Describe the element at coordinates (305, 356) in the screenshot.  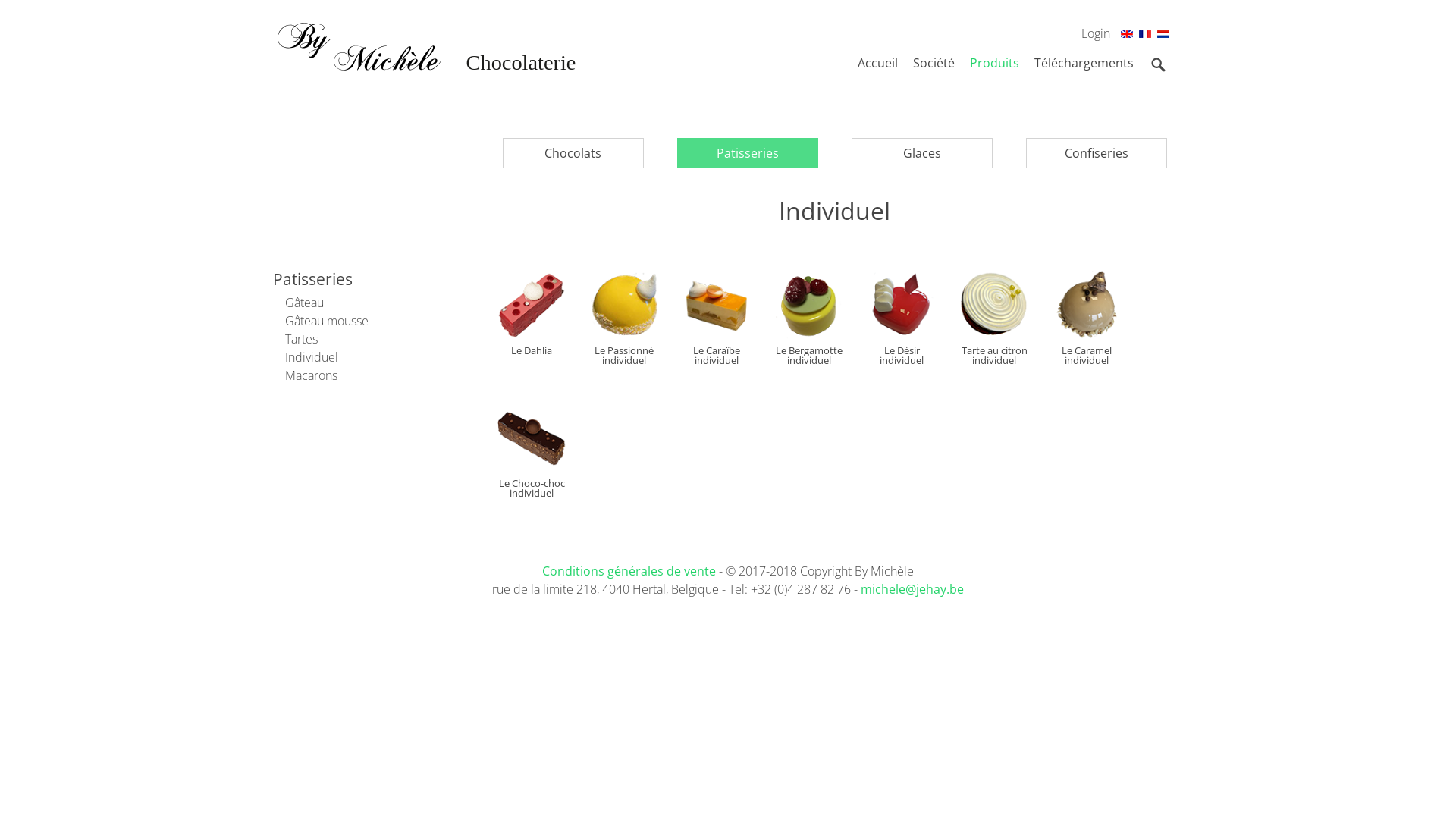
I see `'Individuel'` at that location.